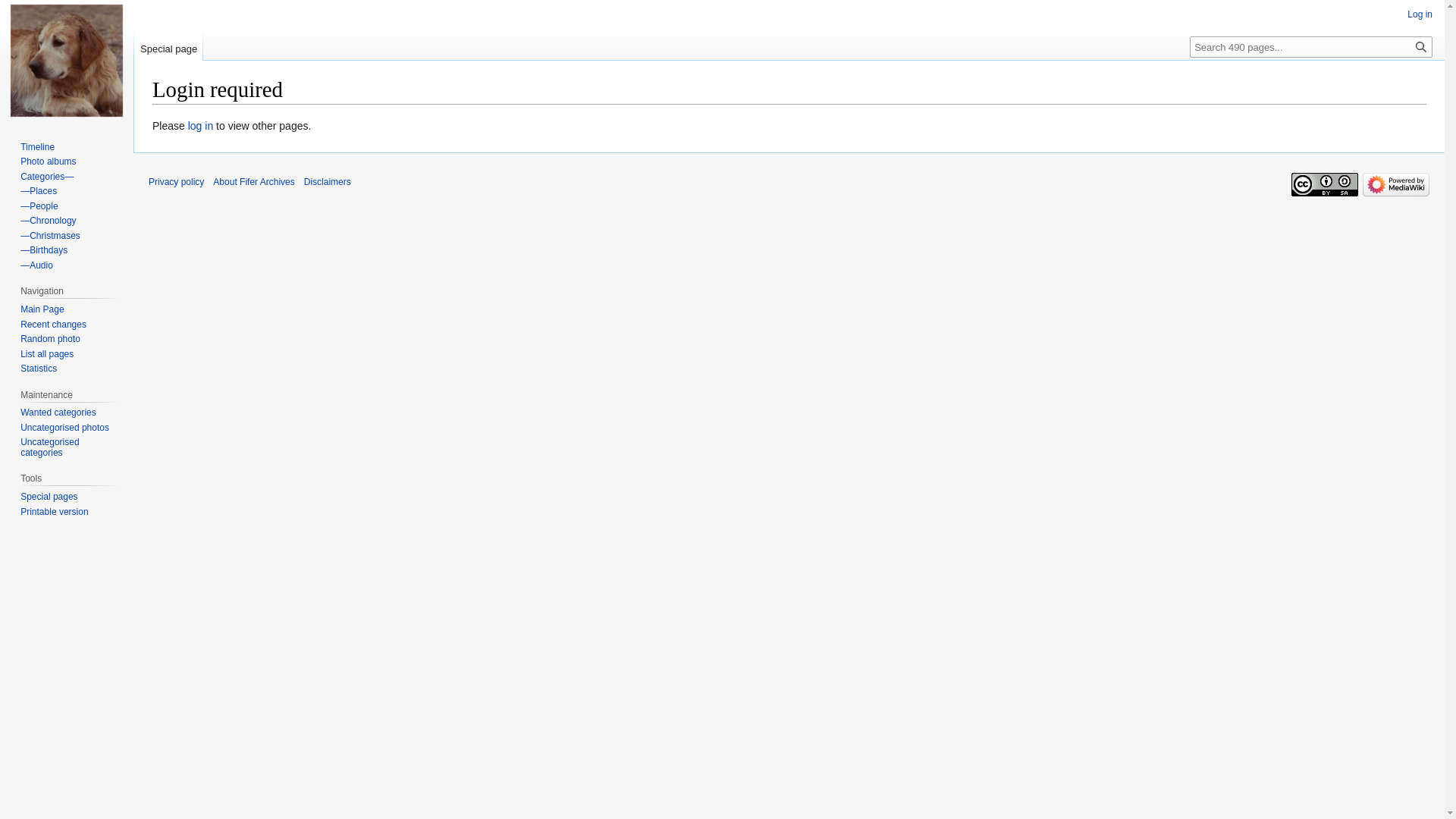 The height and width of the screenshot is (819, 1456). Describe the element at coordinates (20, 338) in the screenshot. I see `'Random photo'` at that location.